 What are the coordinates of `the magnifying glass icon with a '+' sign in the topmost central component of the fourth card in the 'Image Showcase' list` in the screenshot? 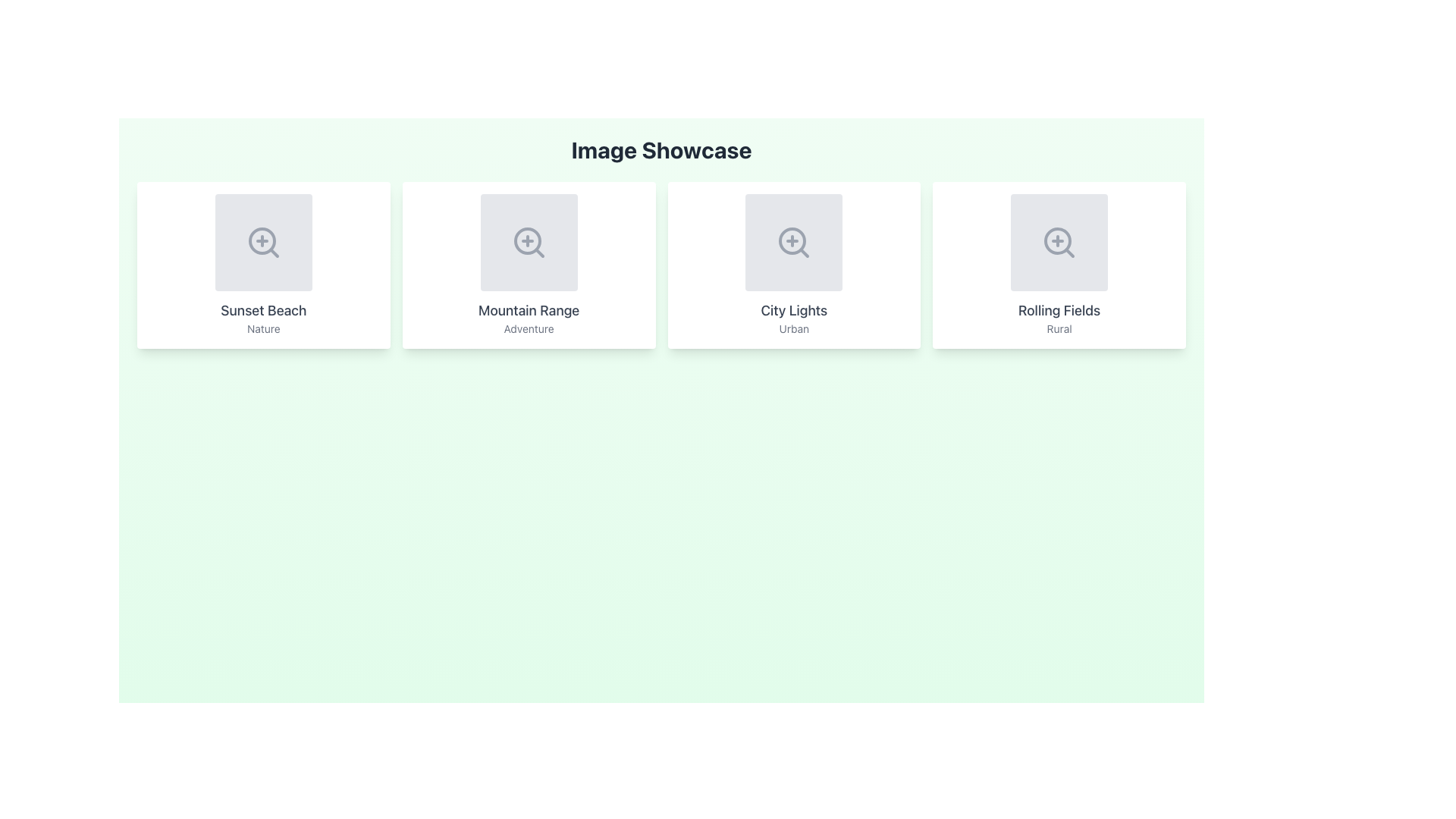 It's located at (1059, 242).